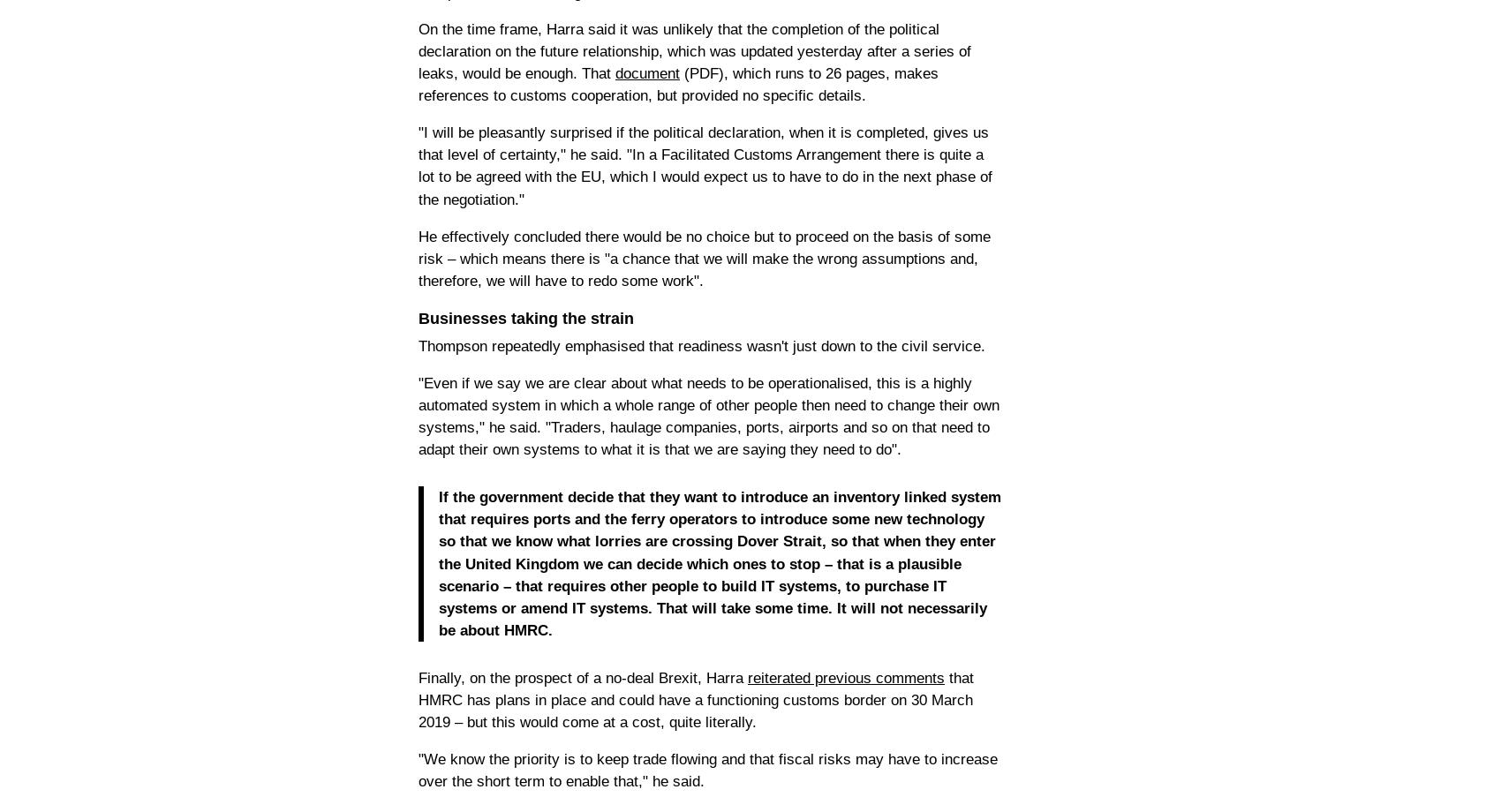 The width and height of the screenshot is (1501, 812). I want to click on 'reiterated previous comments', so click(845, 677).